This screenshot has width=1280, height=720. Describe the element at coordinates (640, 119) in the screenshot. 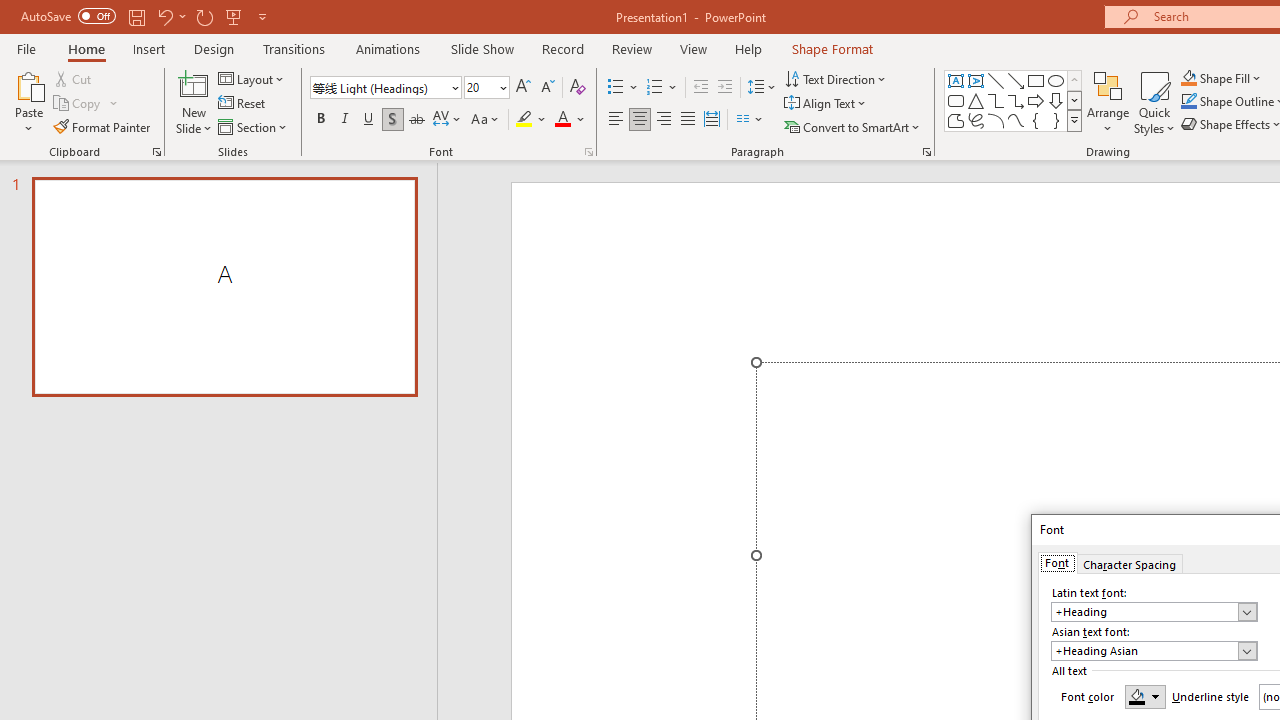

I see `'Center'` at that location.